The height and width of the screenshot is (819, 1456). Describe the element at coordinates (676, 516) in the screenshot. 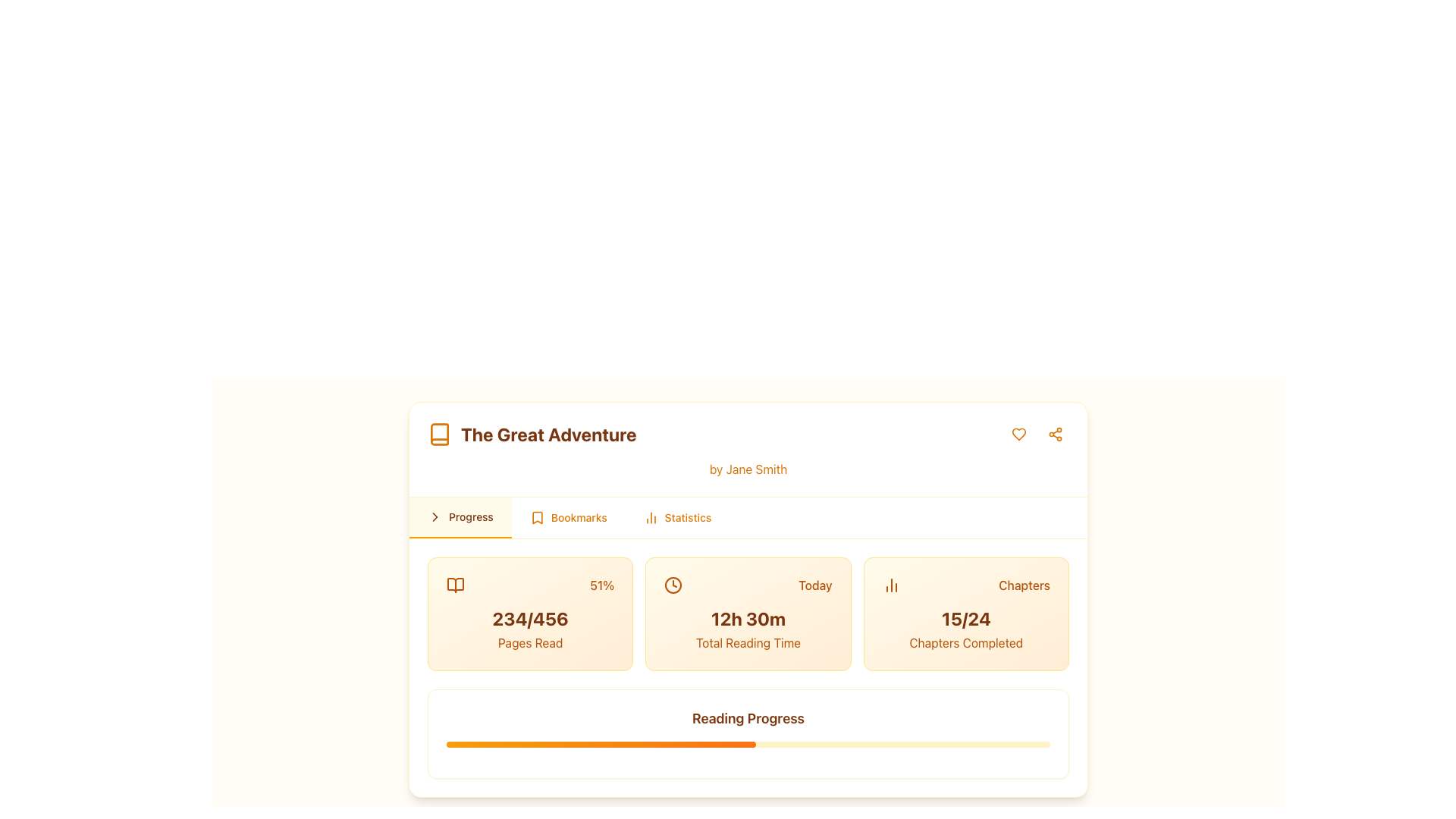

I see `the 'Statistics' navigation button located in the horizontal navigation bar to redirect the user to the statistics section` at that location.